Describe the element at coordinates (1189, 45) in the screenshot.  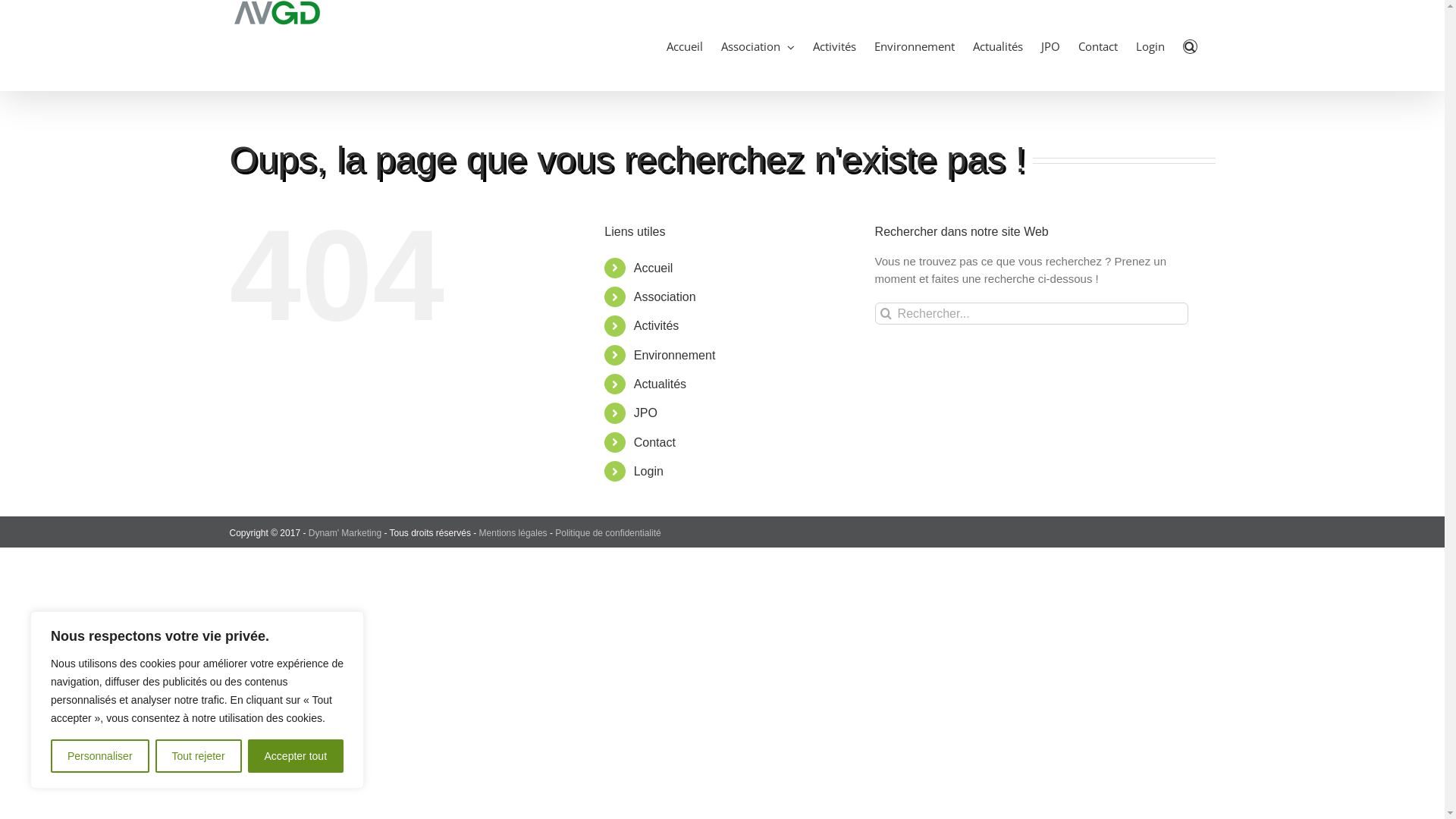
I see `'Recherche'` at that location.